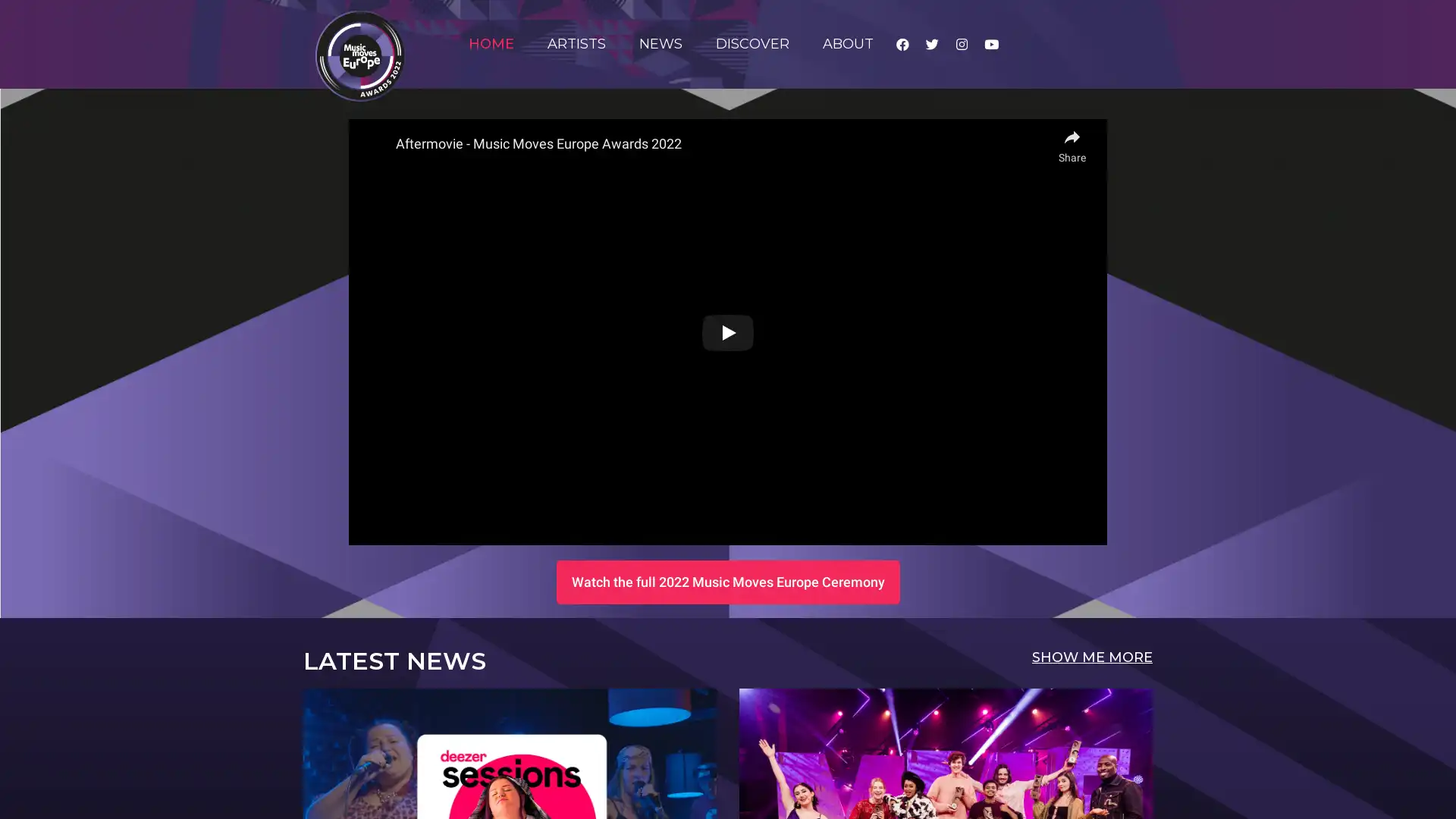 The image size is (1456, 819). I want to click on SHOW ME MORE, so click(1092, 657).